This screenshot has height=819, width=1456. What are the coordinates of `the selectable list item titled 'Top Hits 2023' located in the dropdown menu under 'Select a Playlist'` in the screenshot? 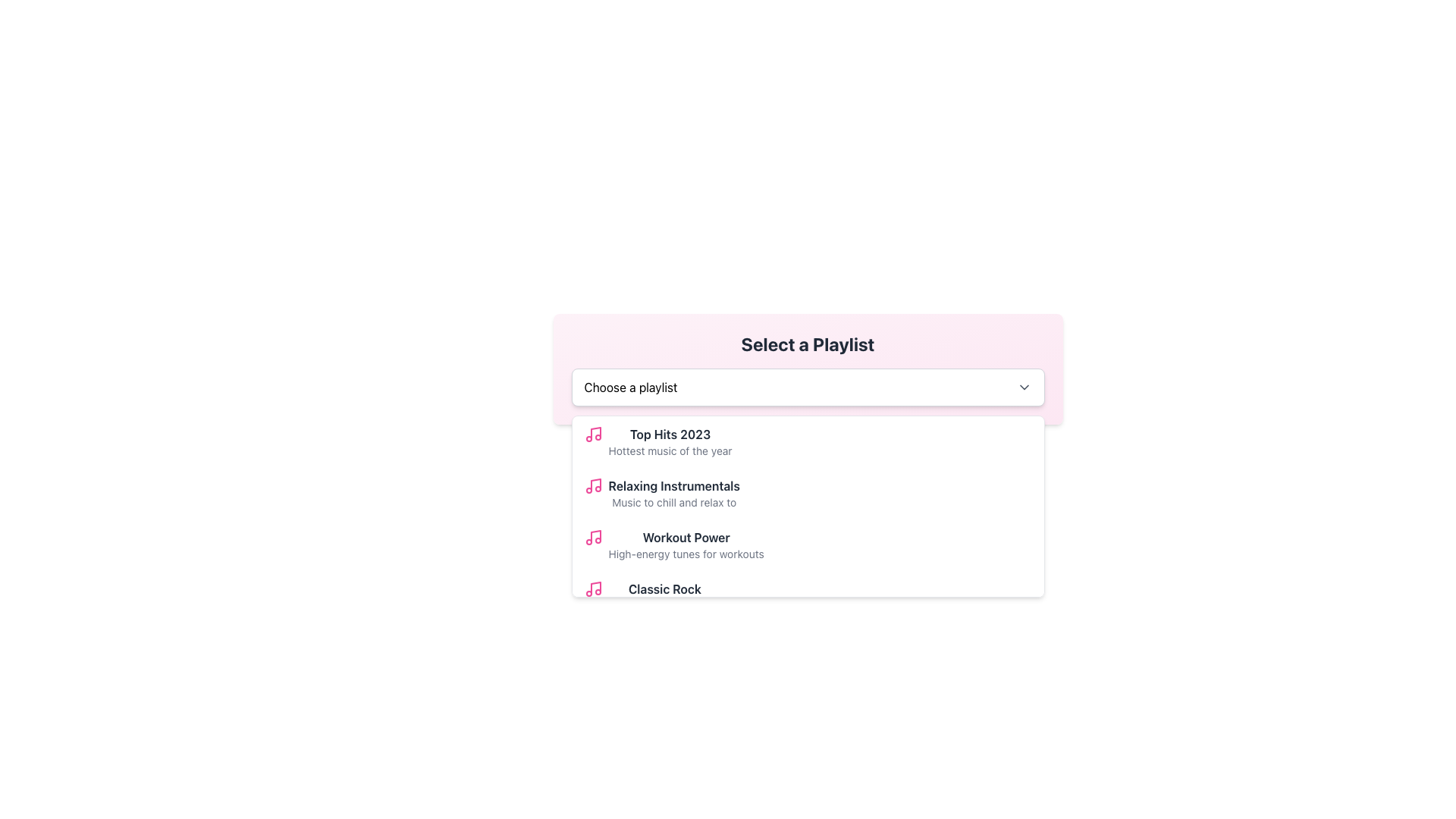 It's located at (669, 441).